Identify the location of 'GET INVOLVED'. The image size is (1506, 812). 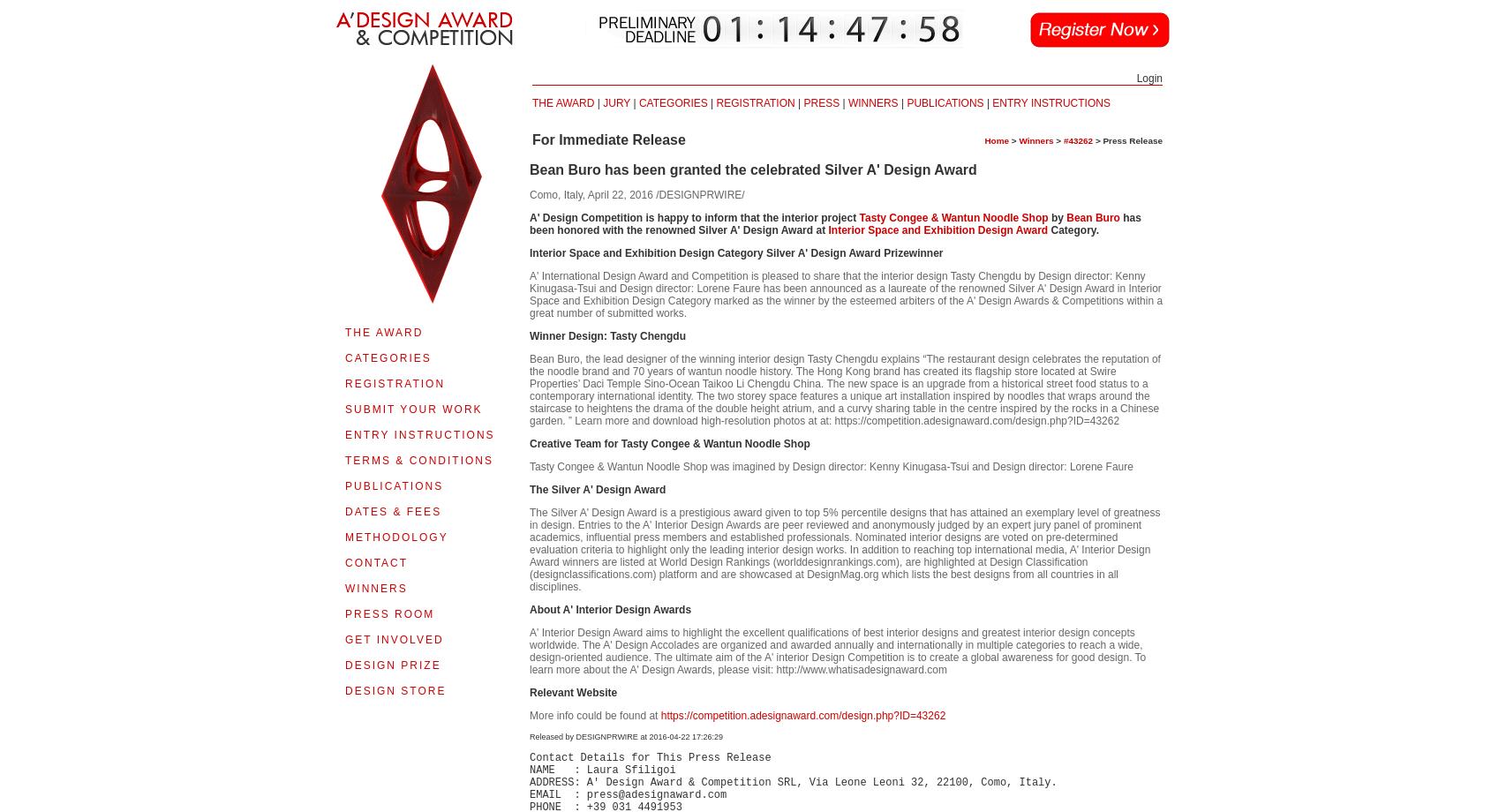
(393, 639).